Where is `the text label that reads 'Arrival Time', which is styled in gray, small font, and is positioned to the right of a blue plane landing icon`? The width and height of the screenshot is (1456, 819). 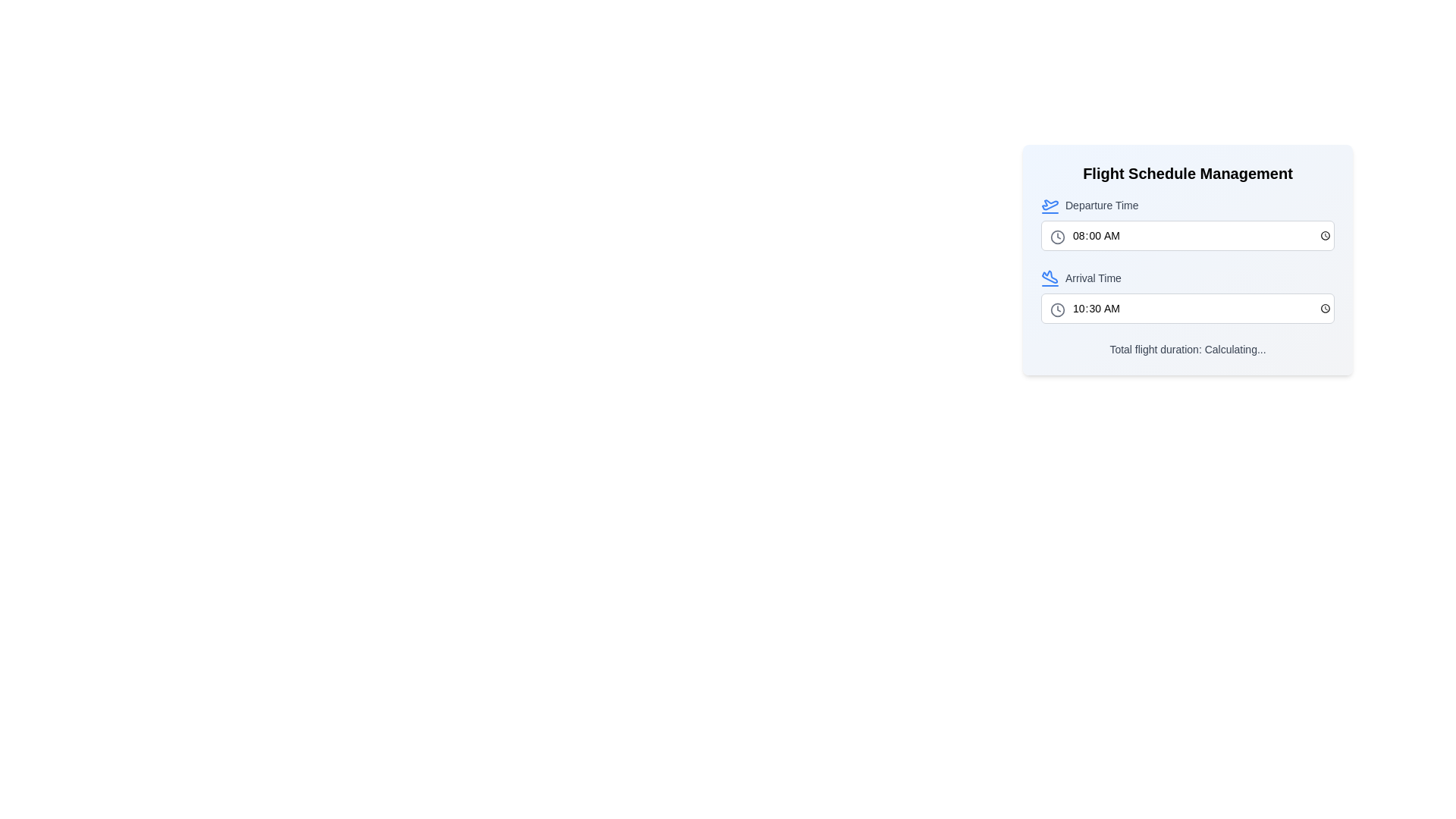 the text label that reads 'Arrival Time', which is styled in gray, small font, and is positioned to the right of a blue plane landing icon is located at coordinates (1093, 278).